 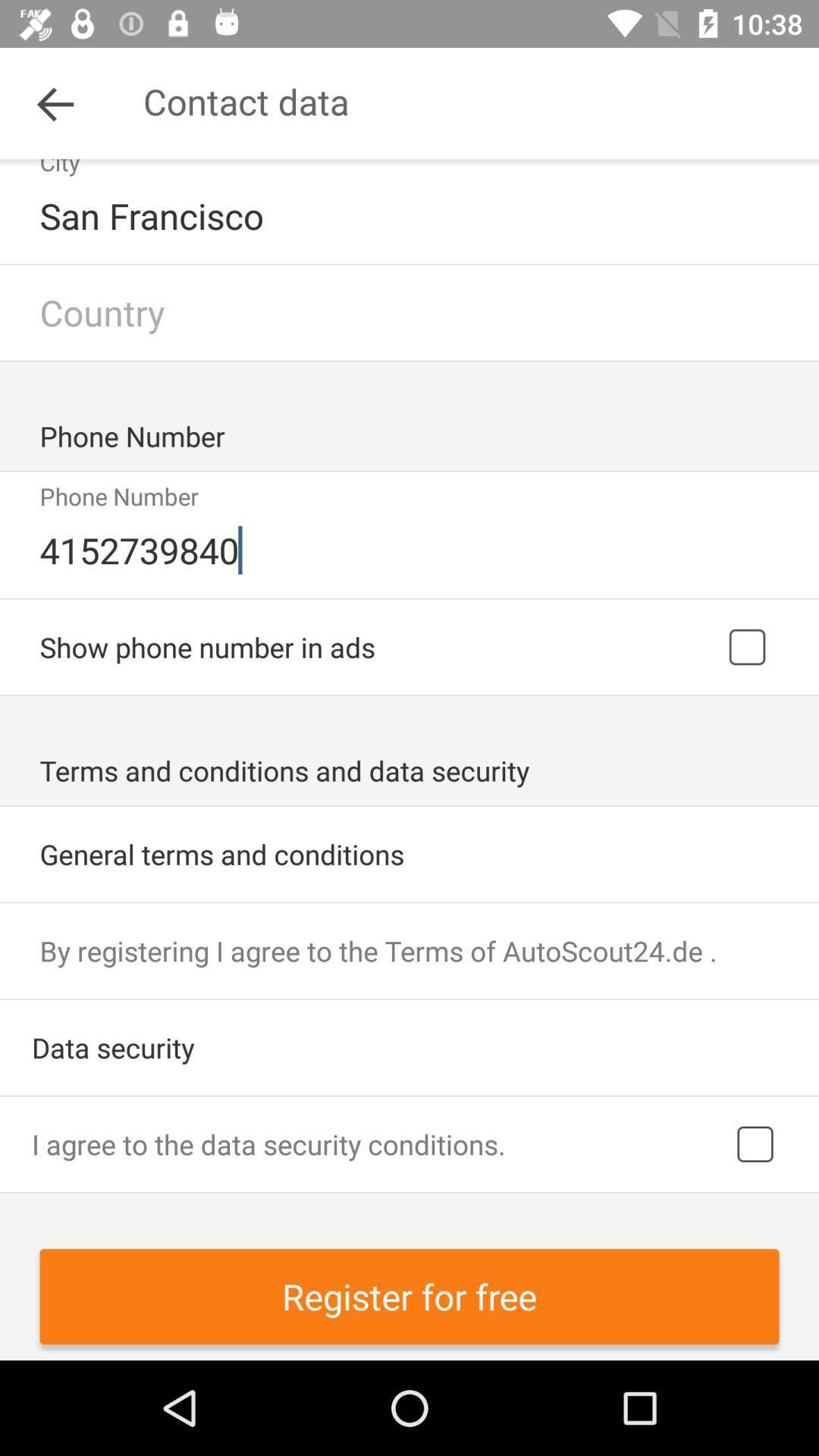 What do you see at coordinates (411, 549) in the screenshot?
I see `the 4152739840` at bounding box center [411, 549].